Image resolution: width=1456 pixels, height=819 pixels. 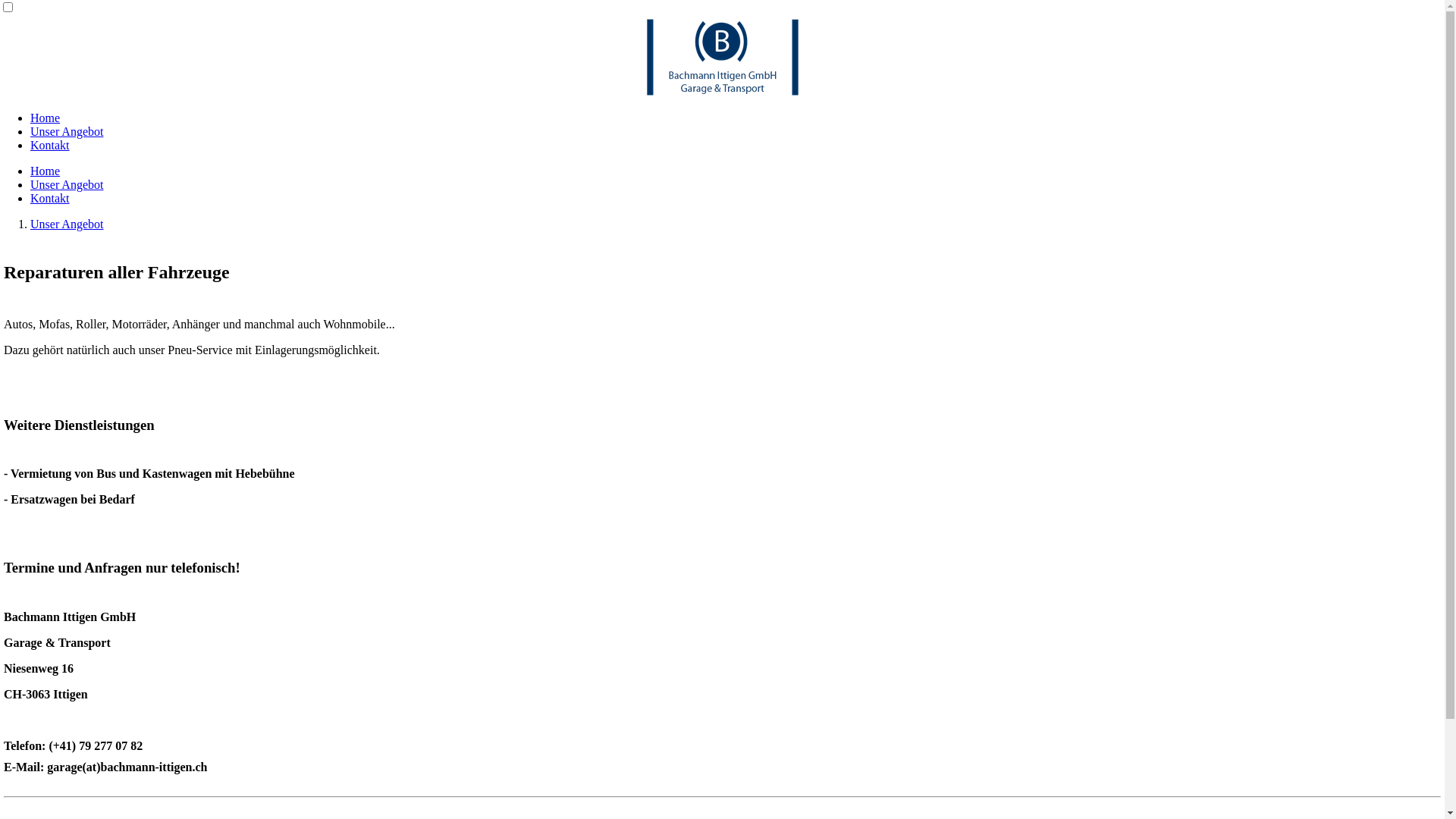 I want to click on 'Home', so click(x=30, y=117).